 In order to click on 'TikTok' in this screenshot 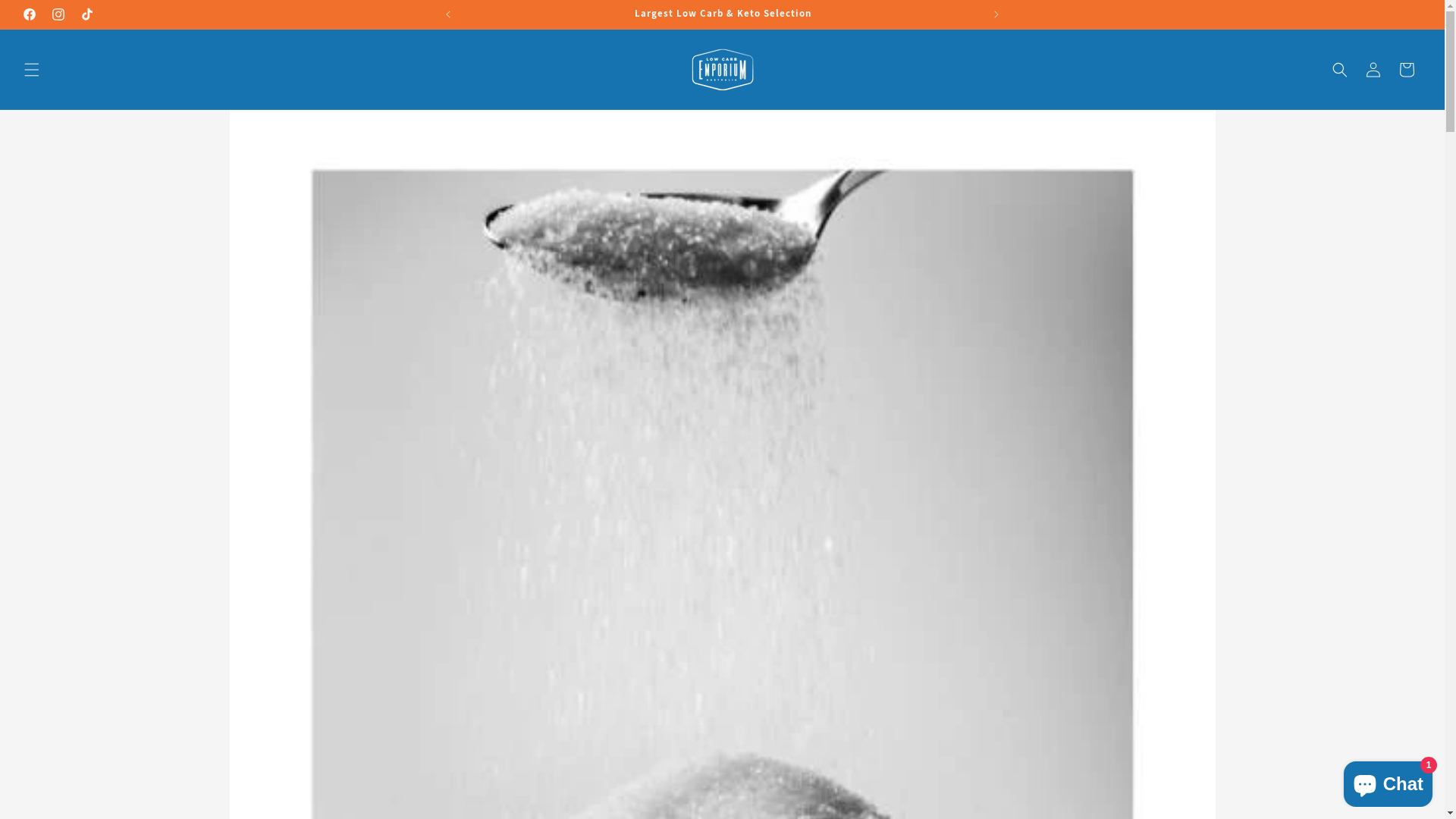, I will do `click(72, 14)`.